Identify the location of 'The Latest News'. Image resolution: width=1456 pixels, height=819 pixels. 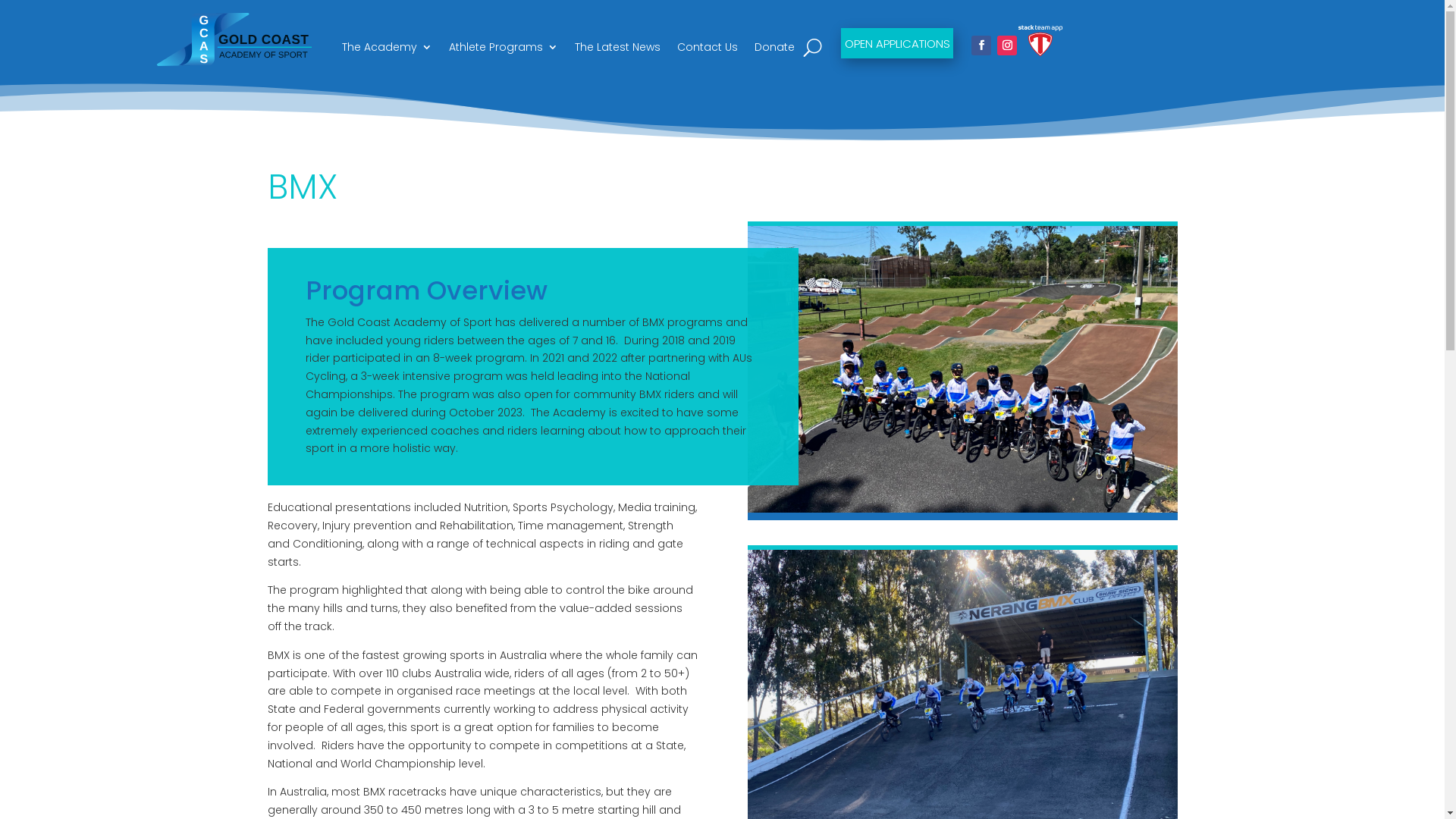
(617, 49).